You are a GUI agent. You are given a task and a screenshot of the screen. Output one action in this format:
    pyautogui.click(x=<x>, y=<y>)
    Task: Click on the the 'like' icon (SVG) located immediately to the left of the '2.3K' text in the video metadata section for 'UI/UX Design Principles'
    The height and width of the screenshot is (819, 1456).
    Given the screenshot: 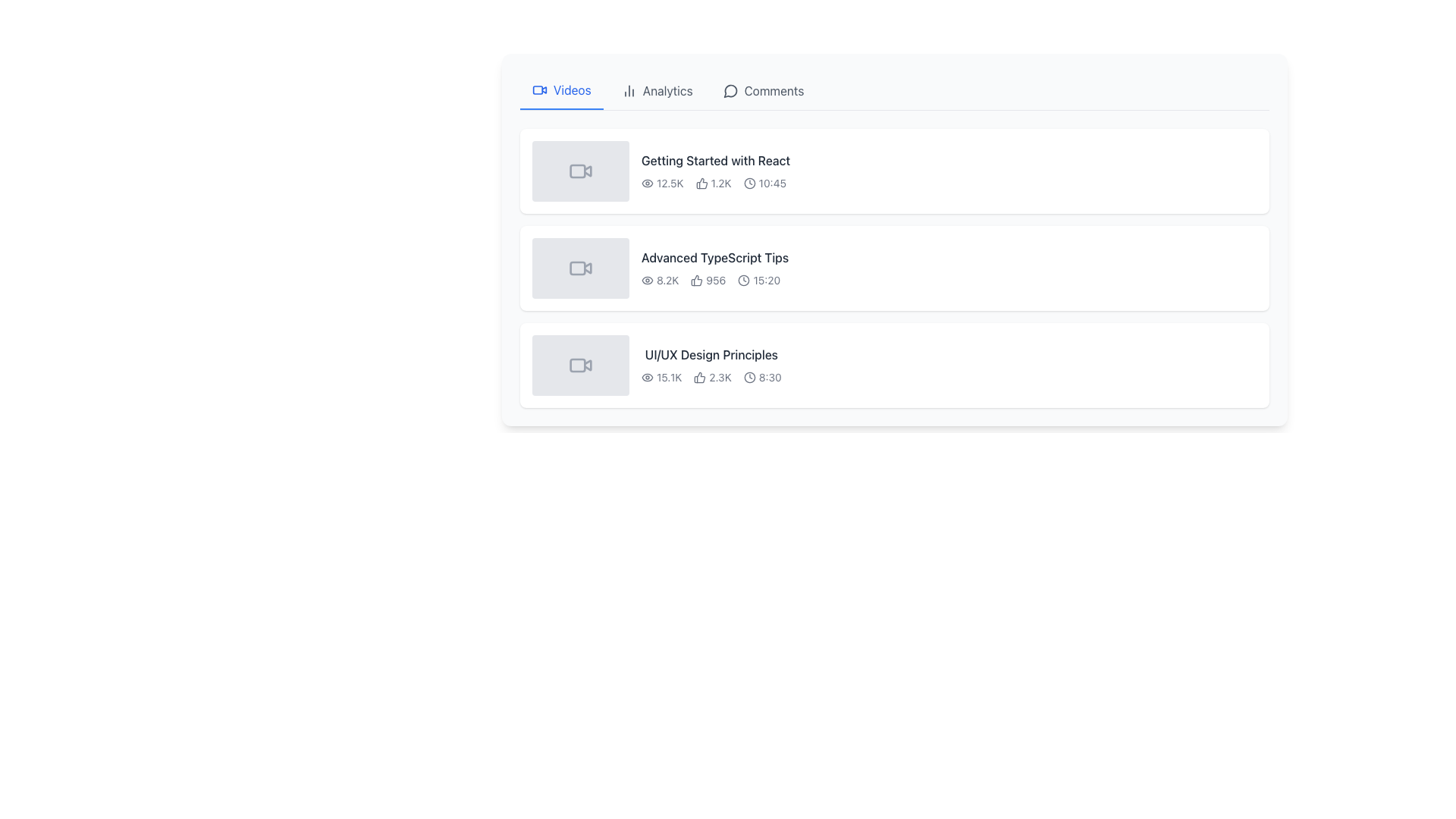 What is the action you would take?
    pyautogui.click(x=699, y=376)
    